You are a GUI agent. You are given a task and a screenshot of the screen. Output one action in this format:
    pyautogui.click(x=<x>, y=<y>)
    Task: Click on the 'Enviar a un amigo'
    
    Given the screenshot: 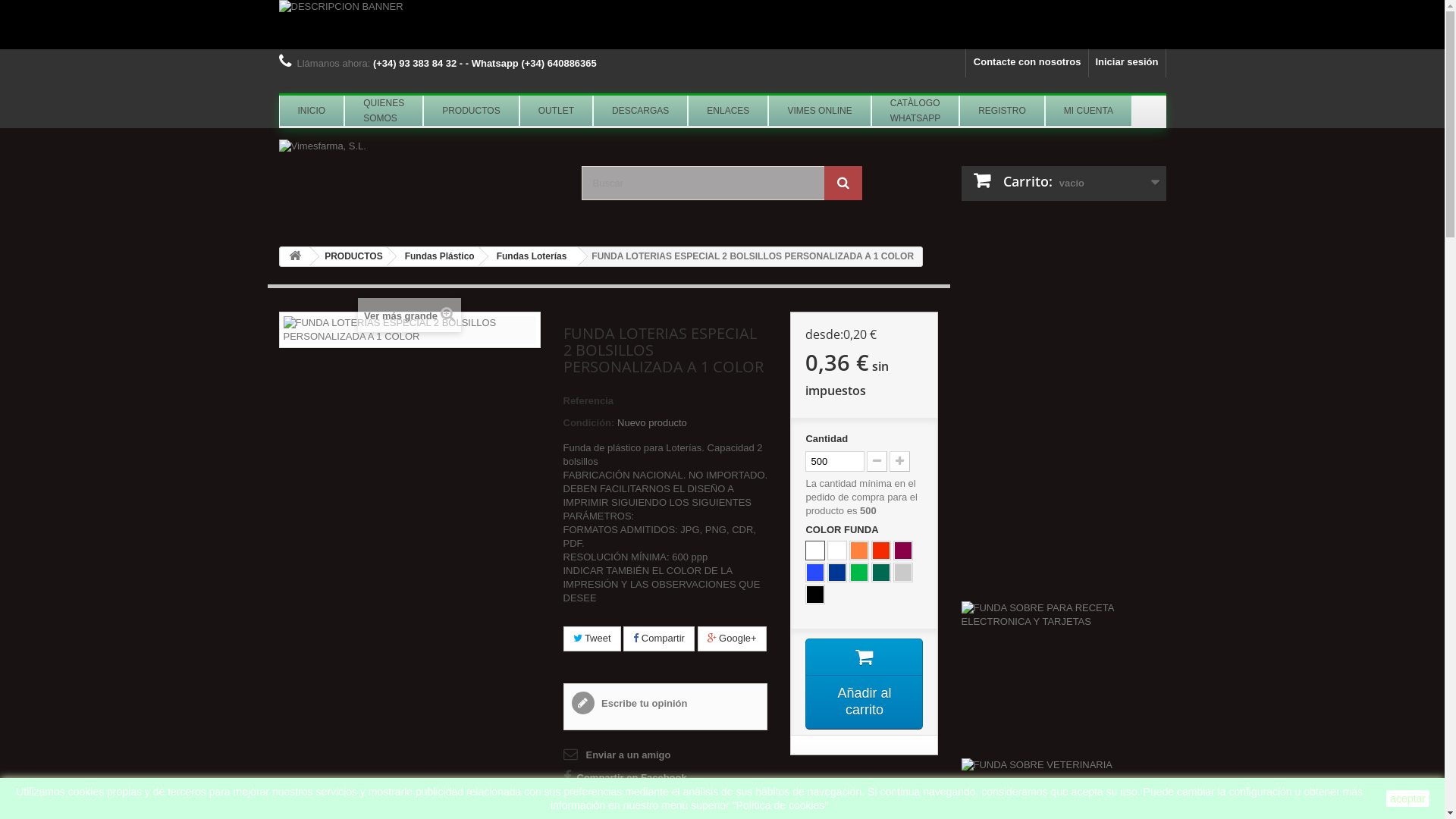 What is the action you would take?
    pyautogui.click(x=616, y=755)
    